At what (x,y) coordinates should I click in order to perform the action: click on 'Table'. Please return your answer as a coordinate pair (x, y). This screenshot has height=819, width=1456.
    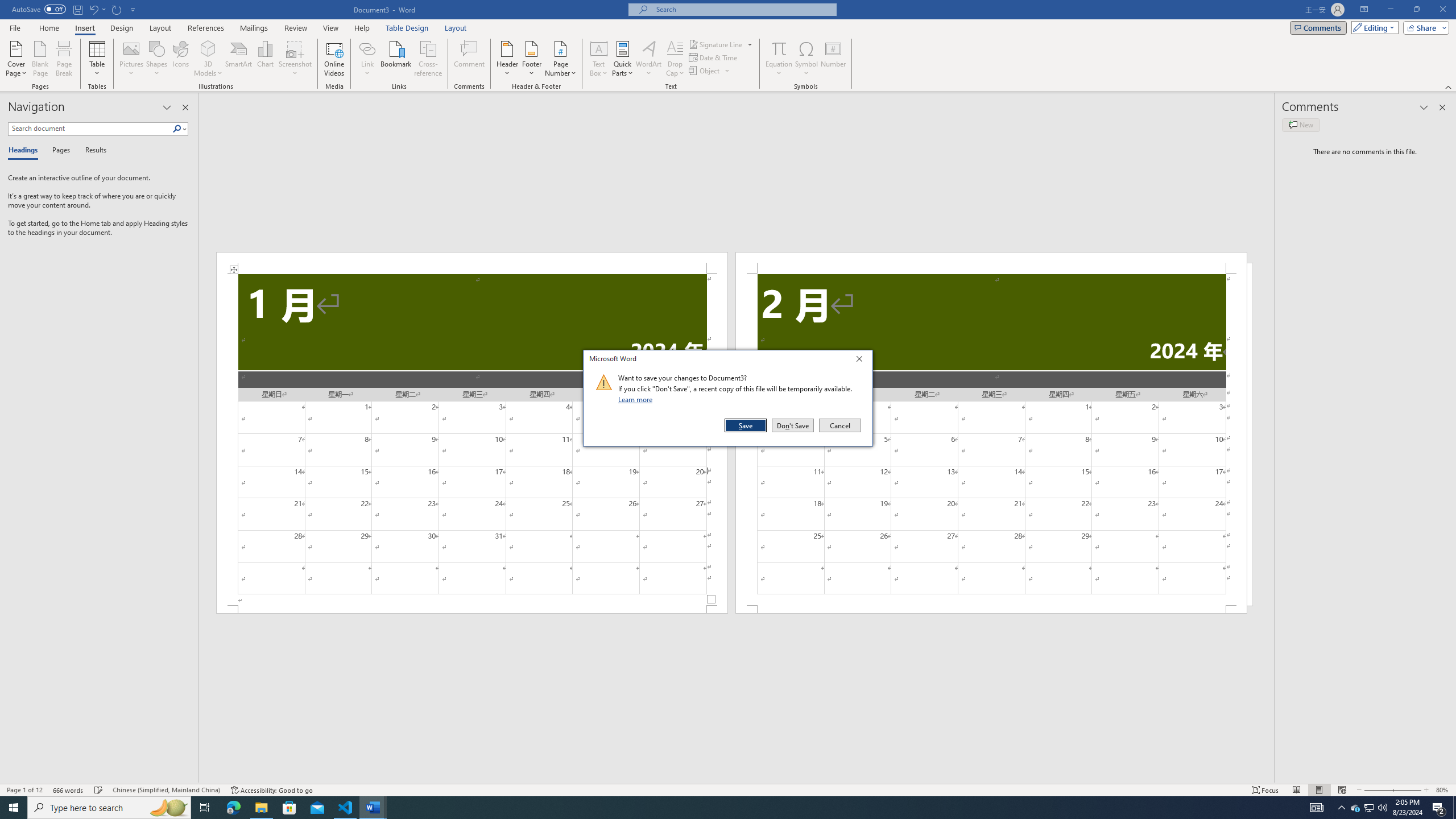
    Looking at the image, I should click on (97, 59).